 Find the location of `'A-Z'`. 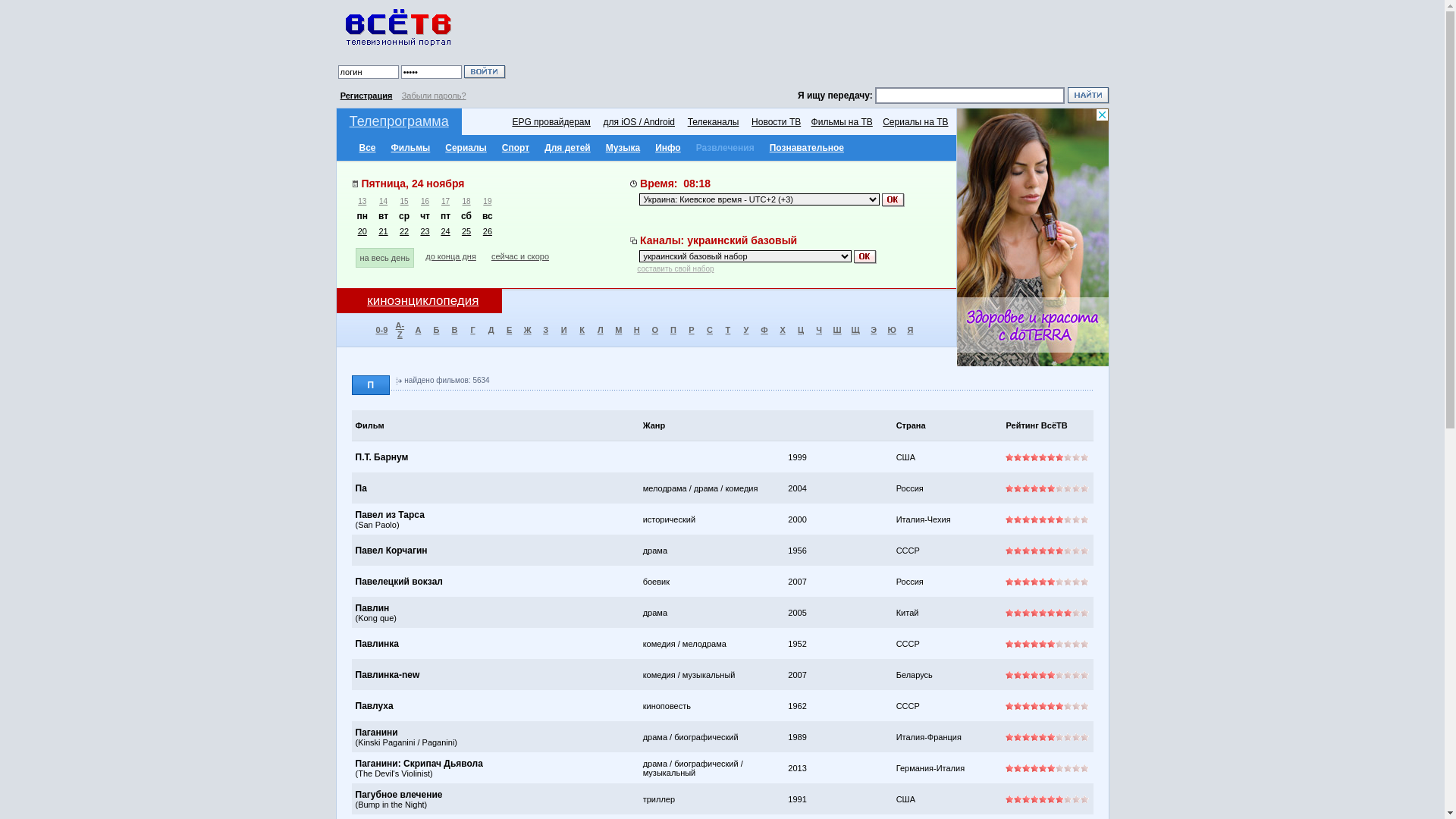

'A-Z' is located at coordinates (400, 329).